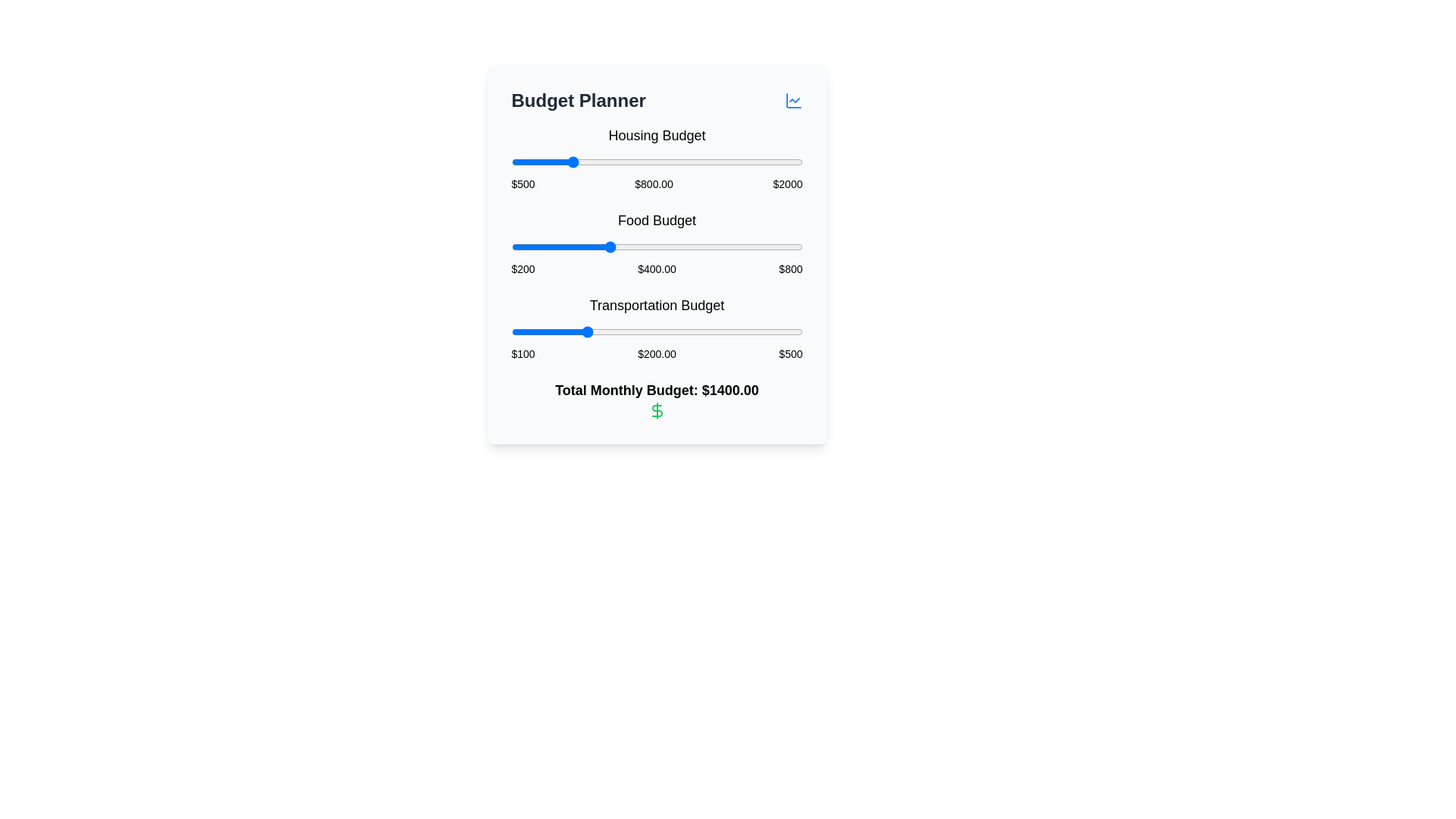 The height and width of the screenshot is (819, 1456). I want to click on the text label displaying the monetary amount under the 'Food Budget' section, which is positioned leftmost among its siblings, so click(523, 268).